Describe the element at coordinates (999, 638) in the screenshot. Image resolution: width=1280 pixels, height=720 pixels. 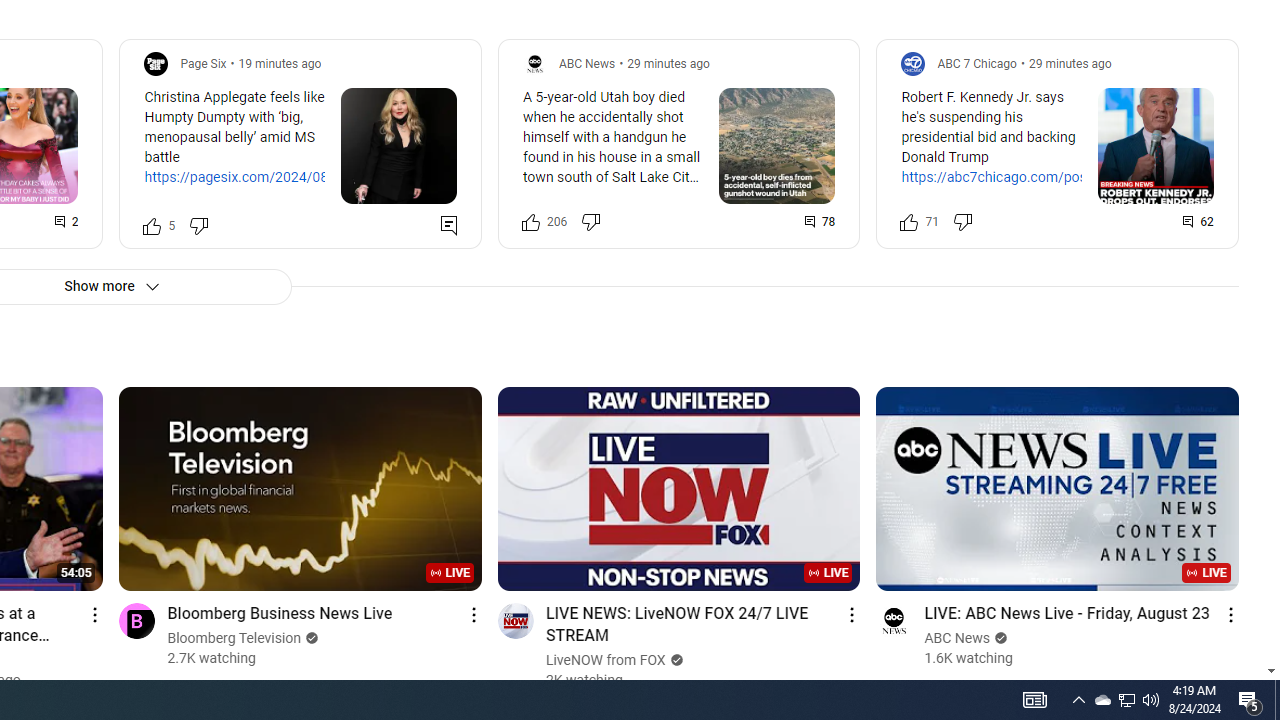
I see `'Verified'` at that location.